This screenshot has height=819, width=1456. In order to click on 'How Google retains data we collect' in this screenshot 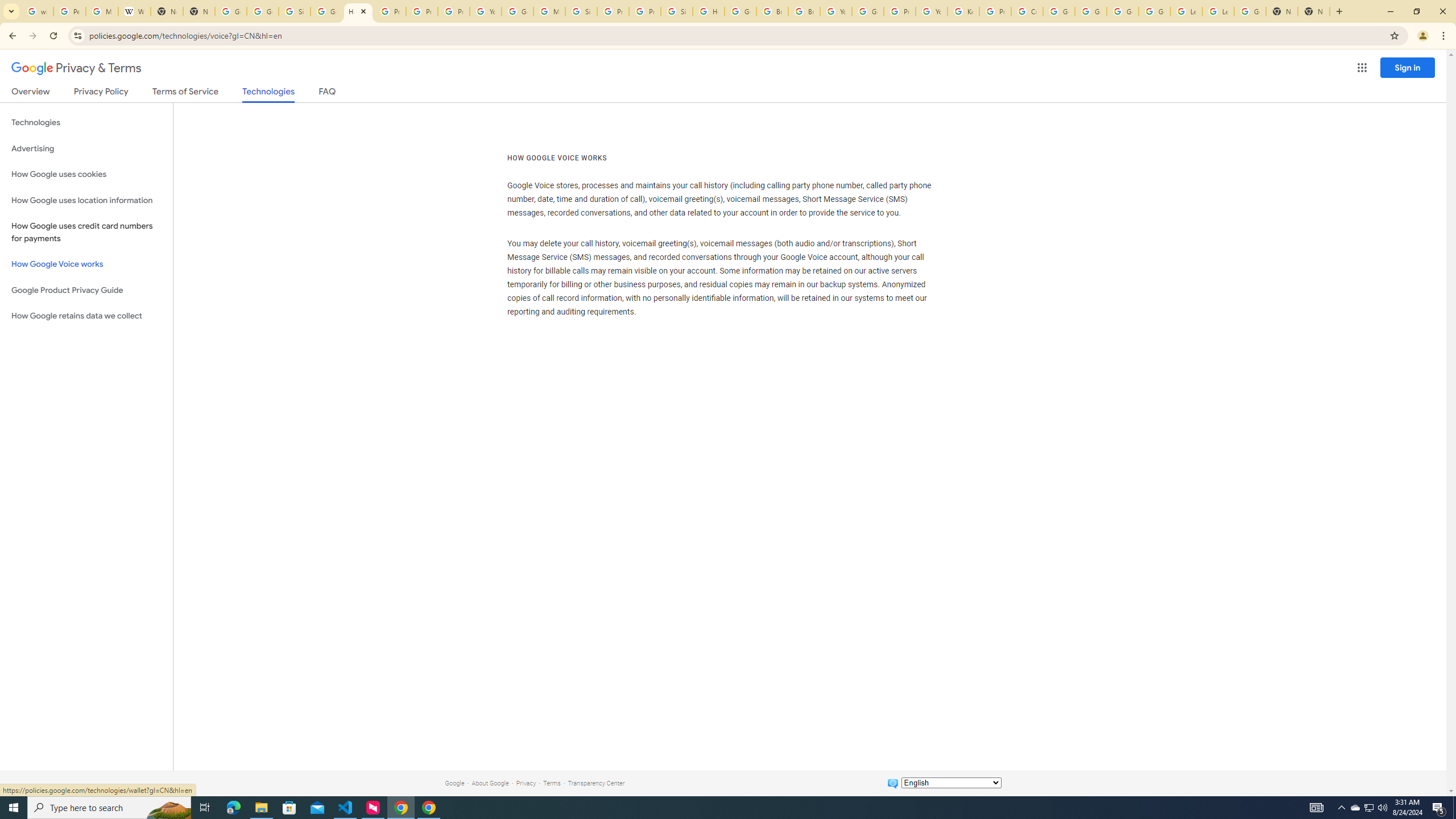, I will do `click(86, 316)`.